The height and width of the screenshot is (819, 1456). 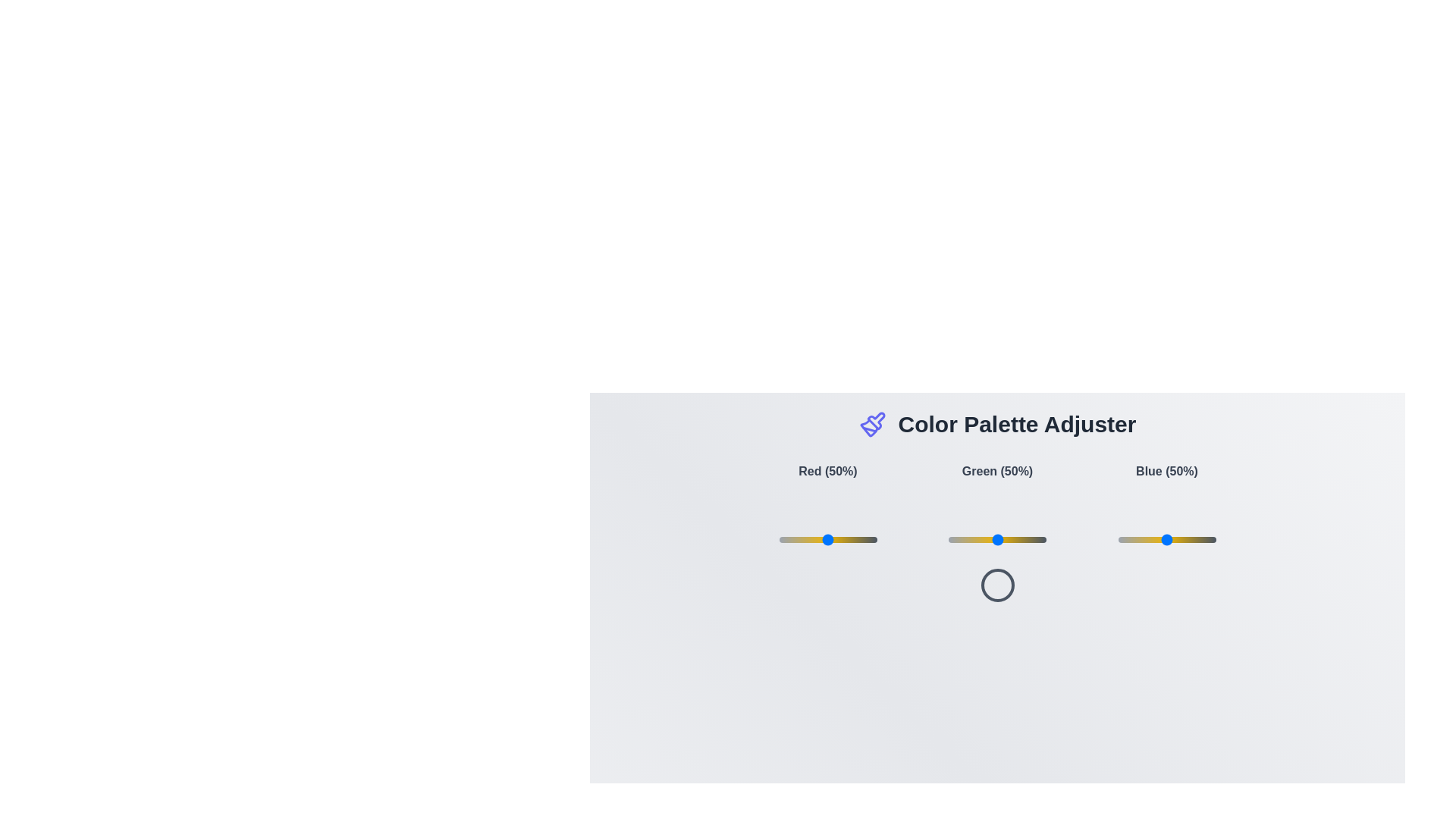 What do you see at coordinates (1147, 539) in the screenshot?
I see `the blue color slider to 29%` at bounding box center [1147, 539].